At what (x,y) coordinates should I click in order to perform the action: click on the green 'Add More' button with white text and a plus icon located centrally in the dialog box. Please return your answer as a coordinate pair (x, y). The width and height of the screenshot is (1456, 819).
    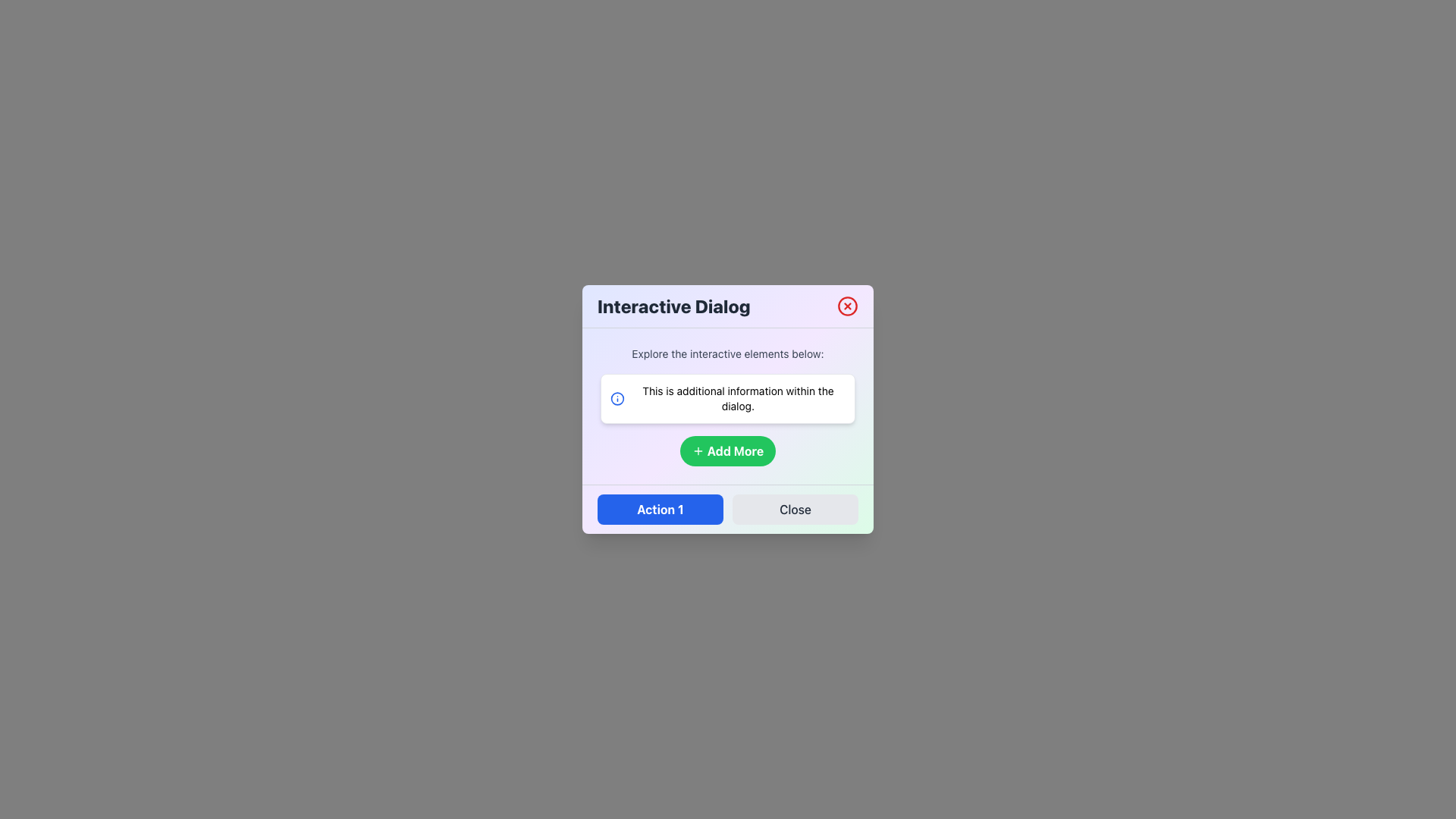
    Looking at the image, I should click on (728, 450).